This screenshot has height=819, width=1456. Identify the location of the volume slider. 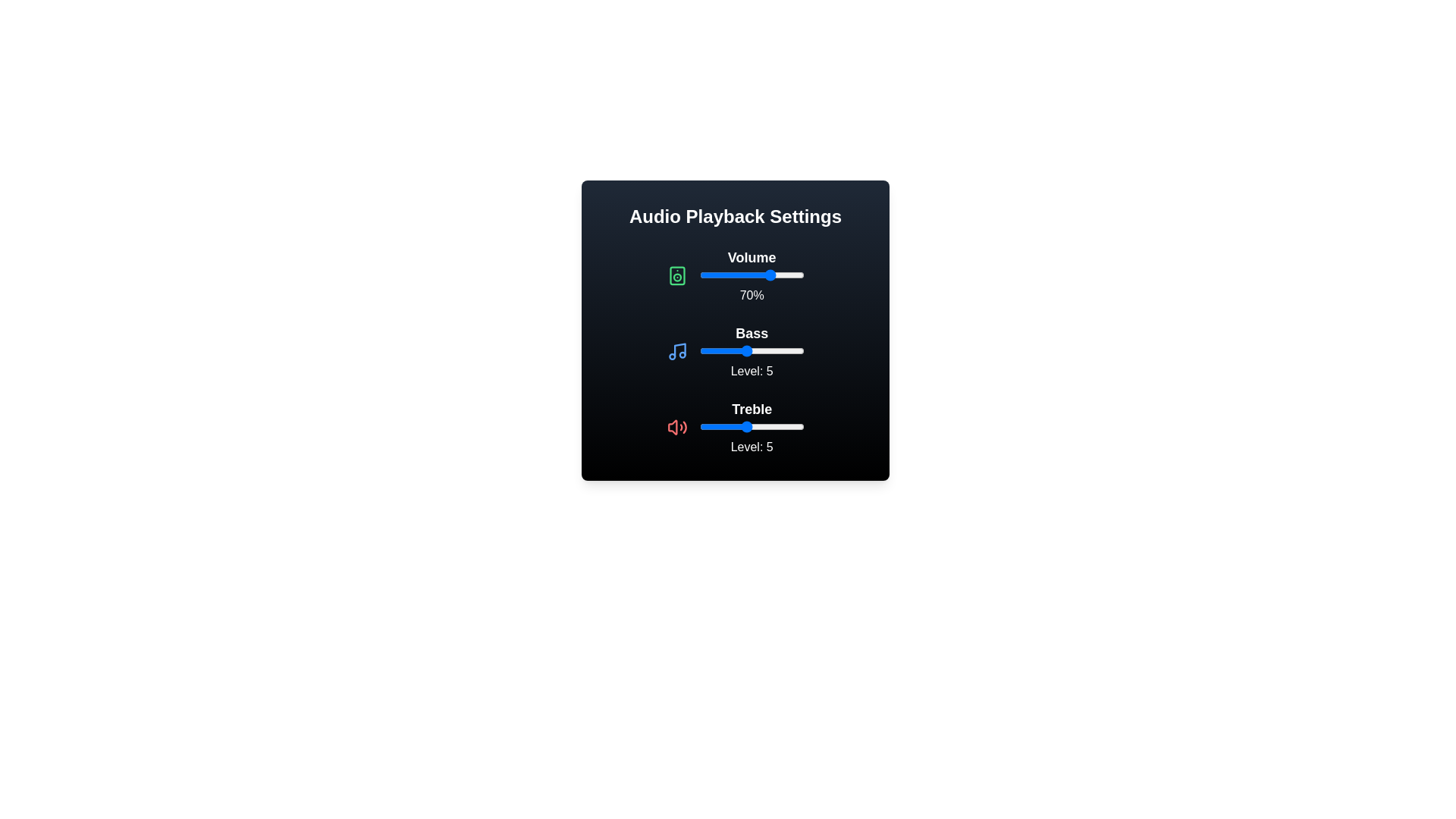
(730, 275).